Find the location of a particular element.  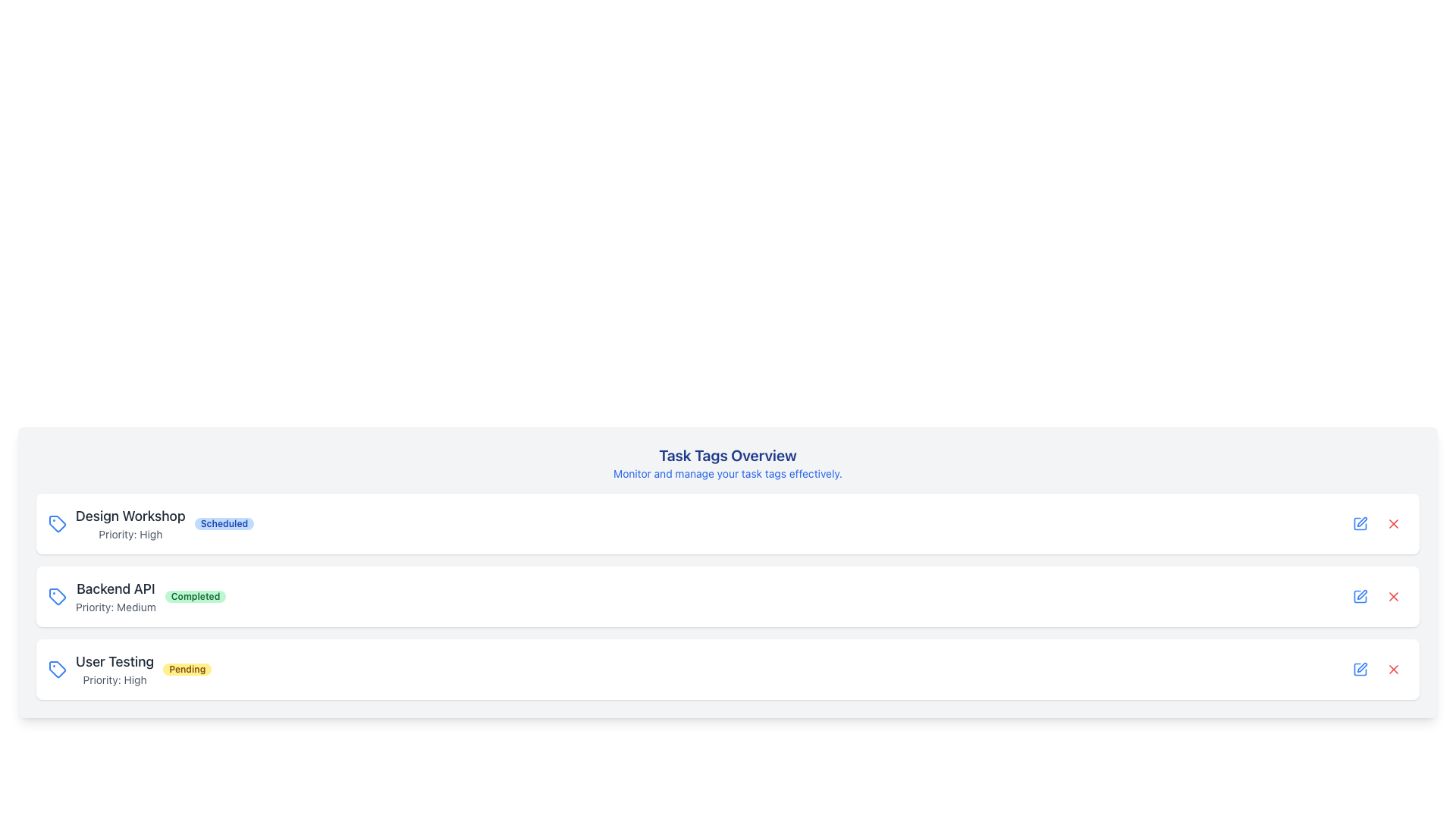

the 'Completed' status label, which is a small text label with a green background and darker green text, located next to the 'Backend API' label and below the 'Priority: Medium' text is located at coordinates (195, 595).